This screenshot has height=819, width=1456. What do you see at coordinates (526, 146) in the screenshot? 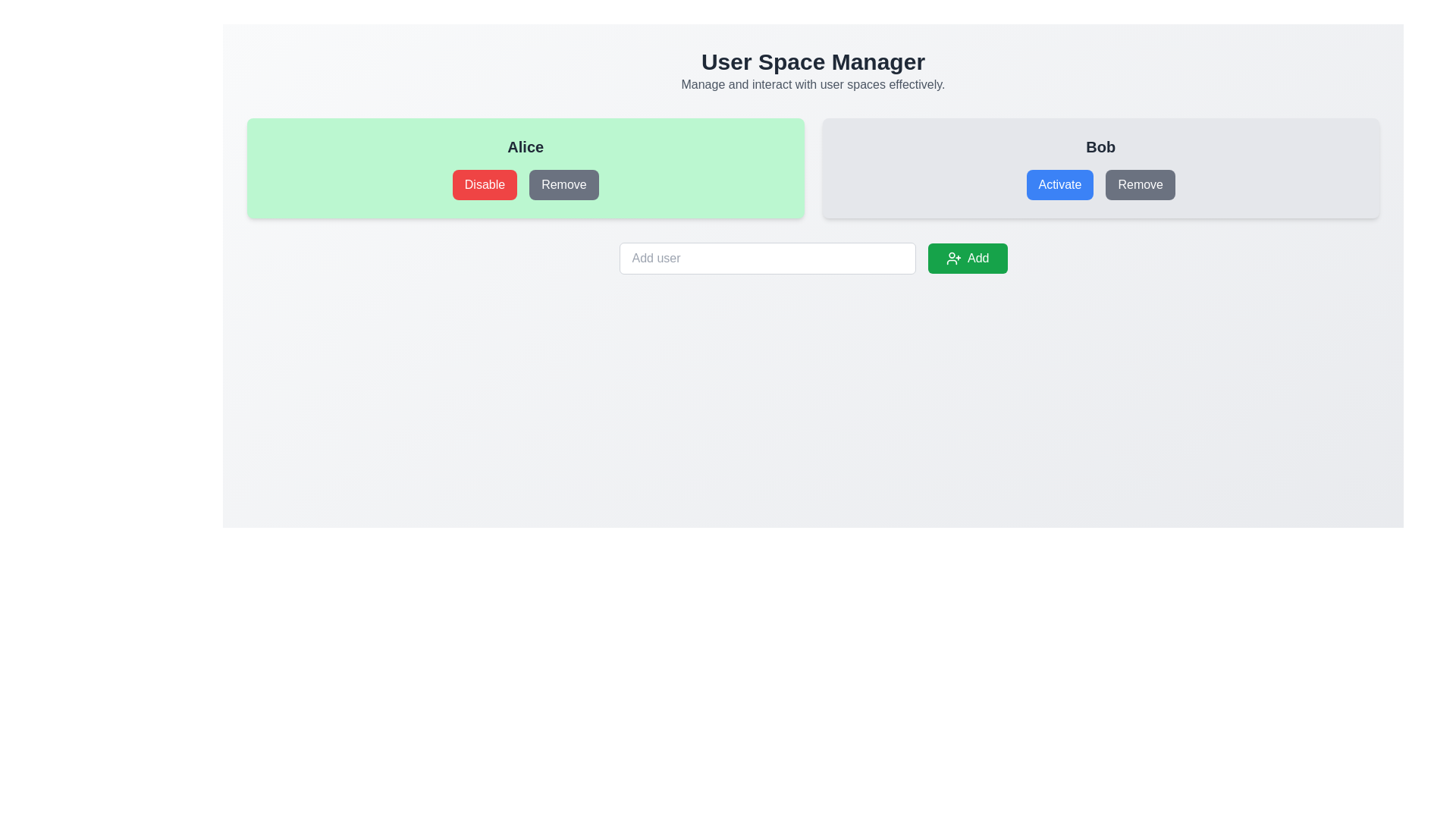
I see `the static text label displaying the name 'Alice', which is positioned at the top center of a pale green panel, above the 'Disable' and 'Remove' buttons` at bounding box center [526, 146].